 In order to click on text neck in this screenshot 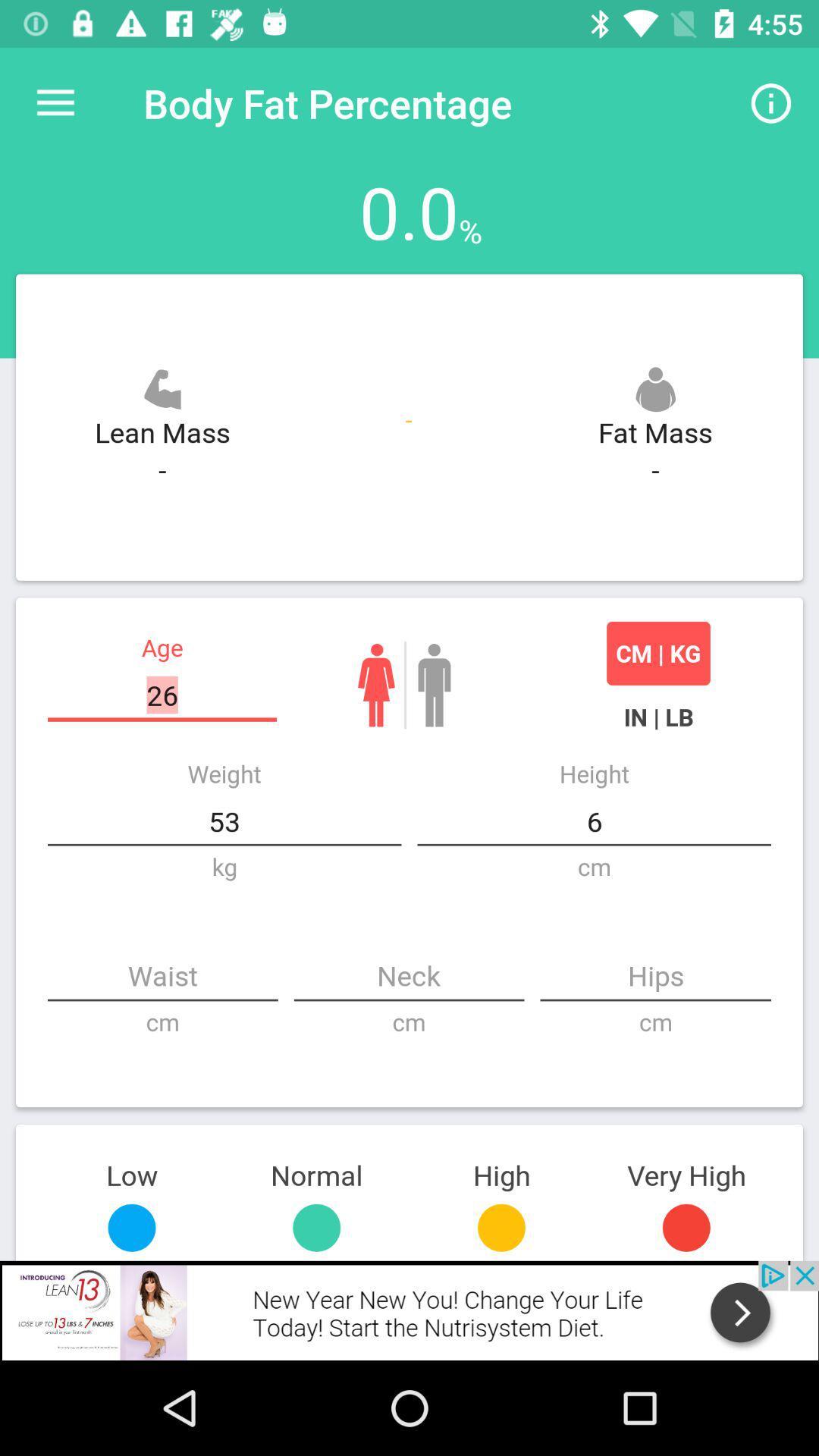, I will do `click(408, 977)`.